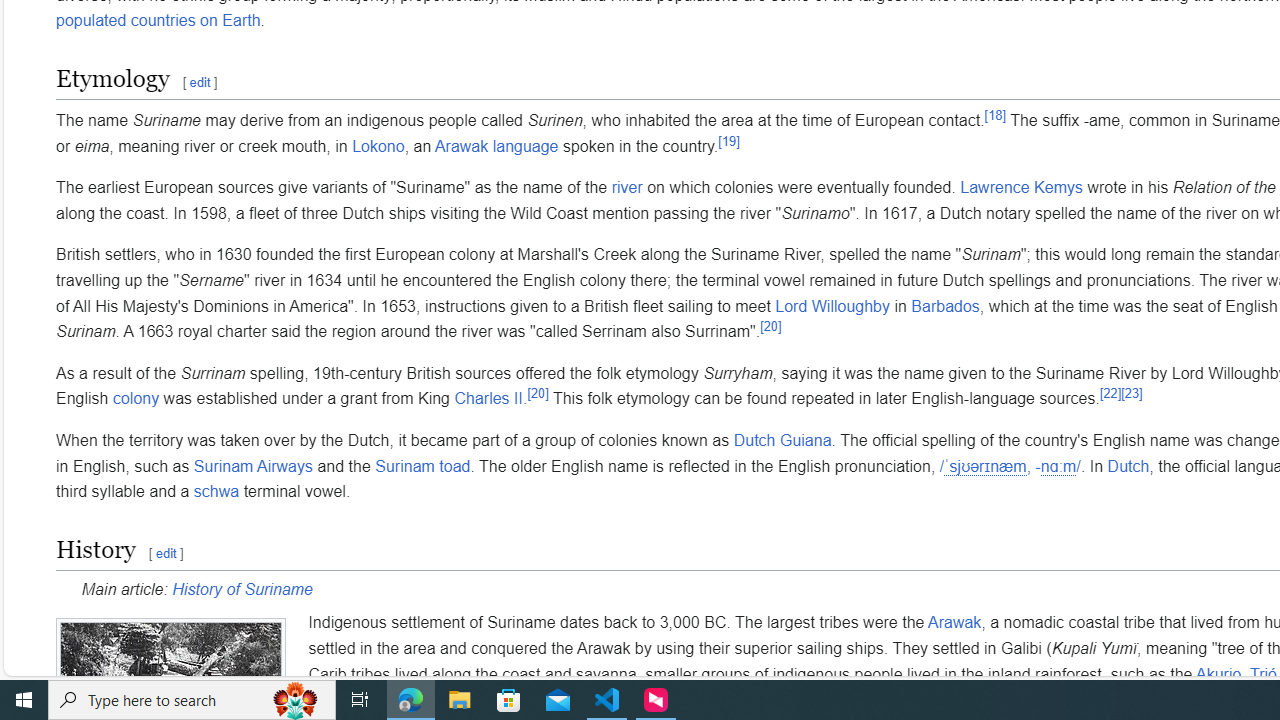 This screenshot has height=720, width=1280. Describe the element at coordinates (252, 466) in the screenshot. I see `'Surinam Airways'` at that location.